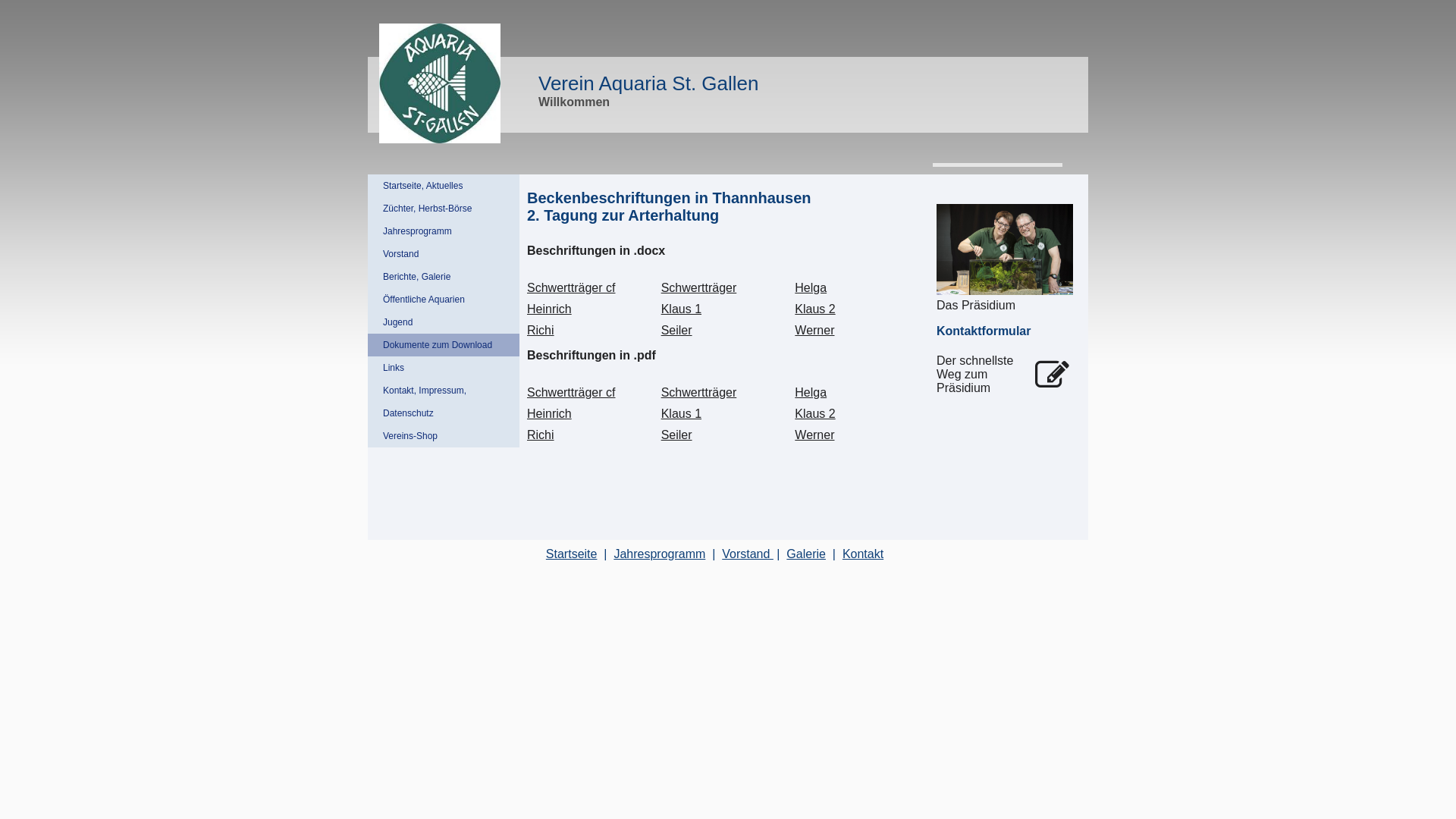  Describe the element at coordinates (443, 400) in the screenshot. I see `'Kontakt, Impressum, Datenschutz'` at that location.